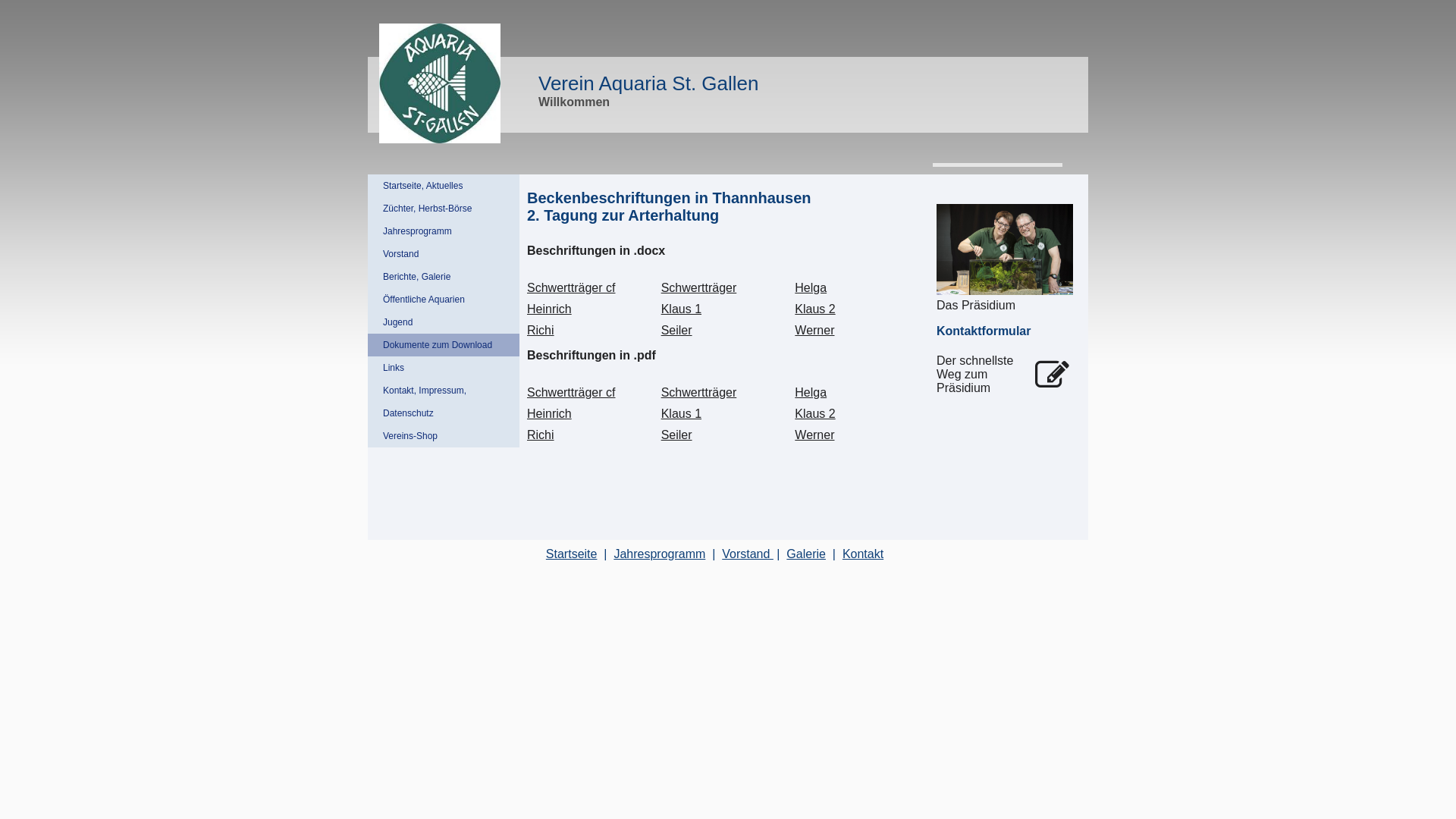  Describe the element at coordinates (443, 400) in the screenshot. I see `'Kontakt, Impressum, Datenschutz'` at that location.